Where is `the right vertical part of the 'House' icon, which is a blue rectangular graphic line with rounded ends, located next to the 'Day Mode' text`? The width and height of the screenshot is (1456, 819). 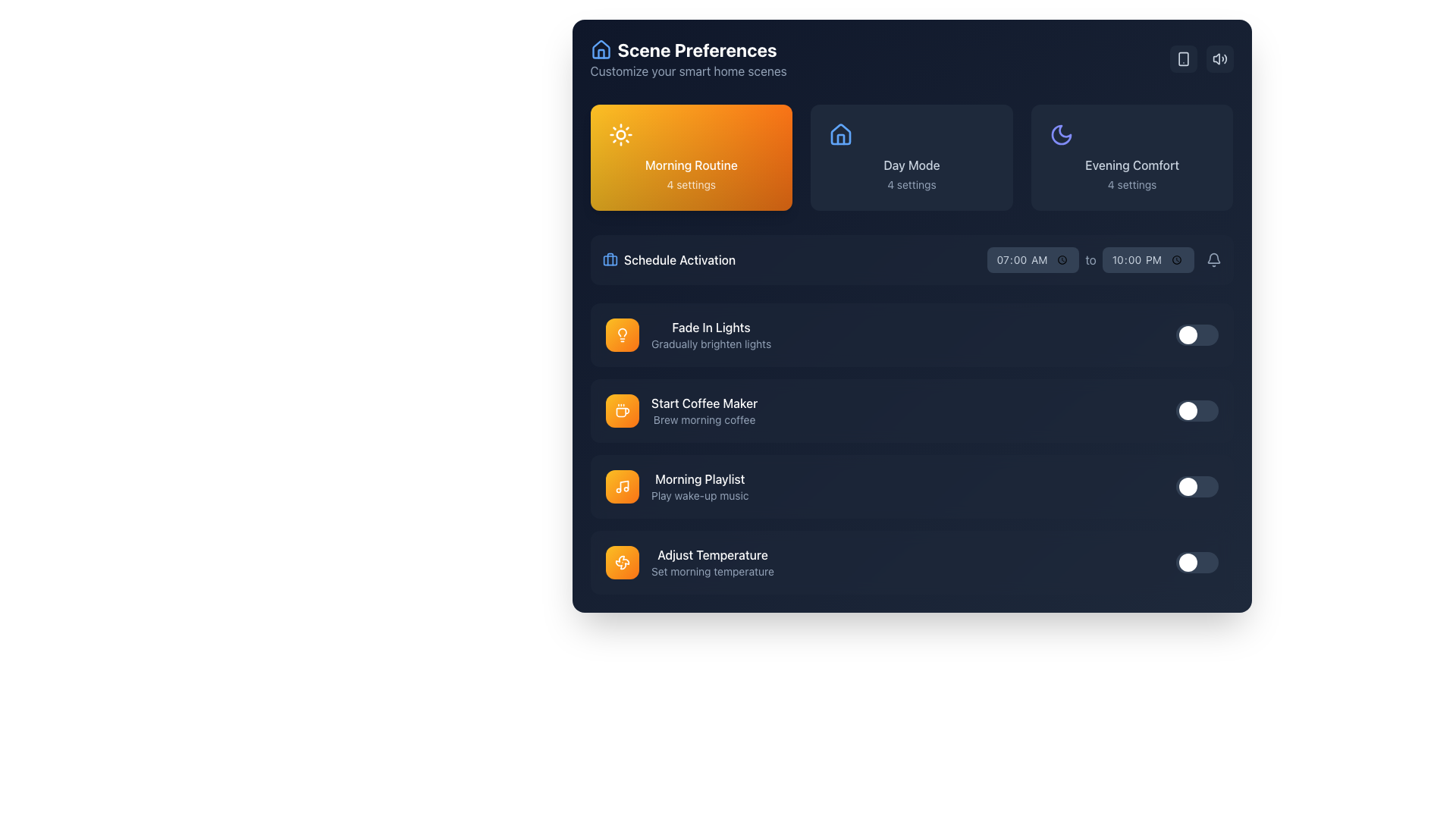 the right vertical part of the 'House' icon, which is a blue rectangular graphic line with rounded ends, located next to the 'Day Mode' text is located at coordinates (840, 140).